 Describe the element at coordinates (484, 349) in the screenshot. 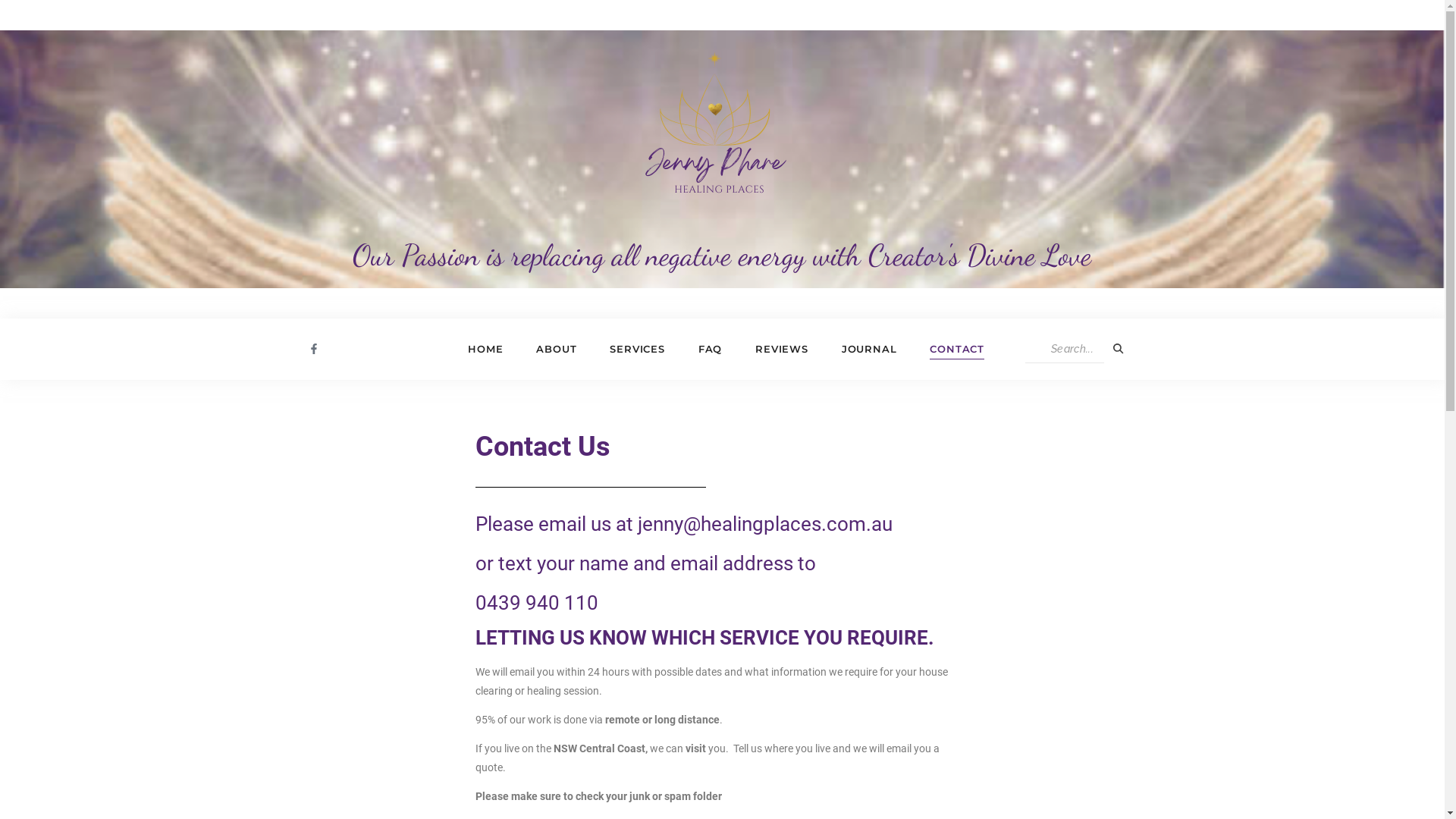

I see `'HOME'` at that location.